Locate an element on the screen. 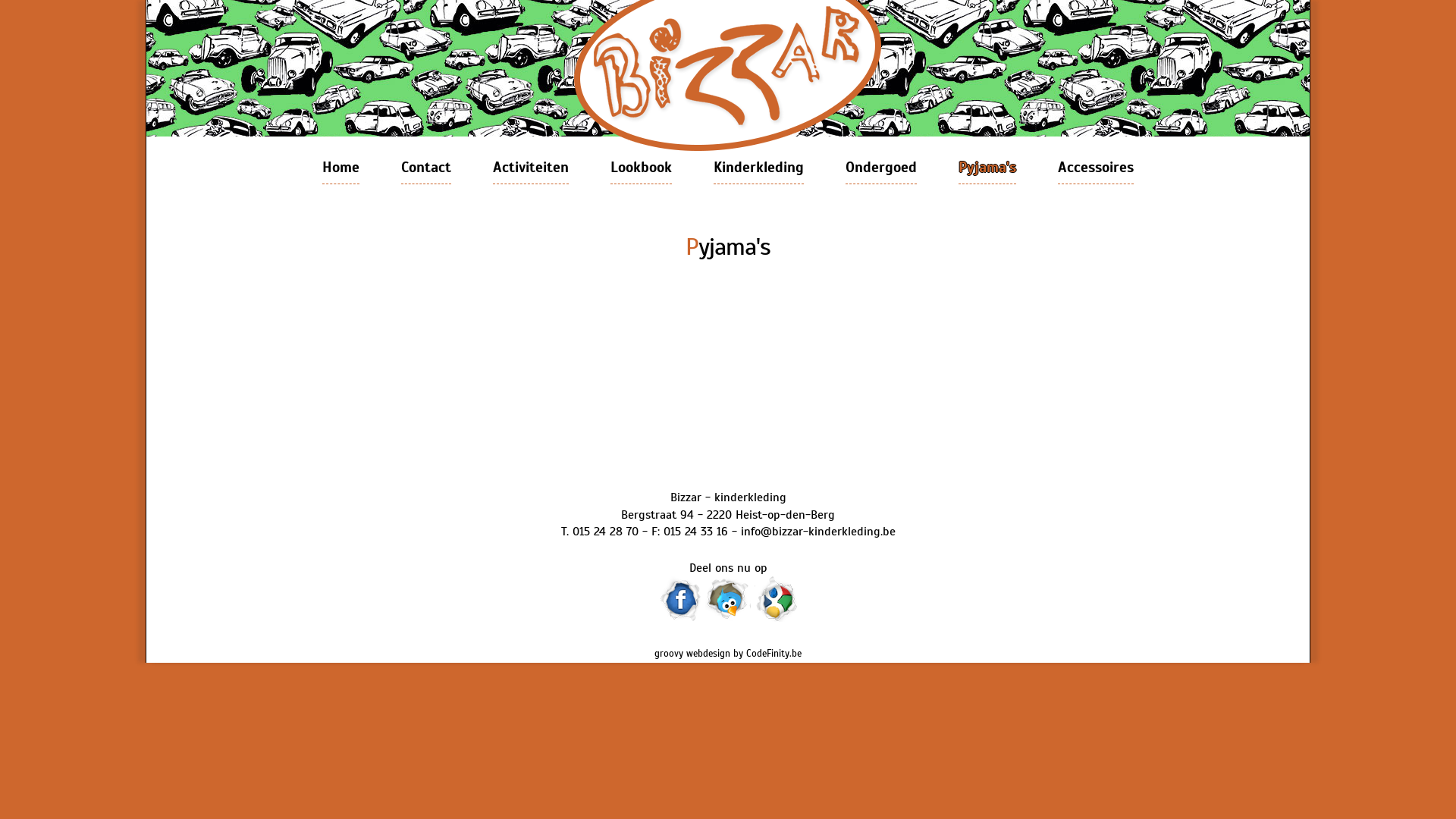 The height and width of the screenshot is (819, 1456). 'groovy webdesign by CodeFinity.be' is located at coordinates (728, 652).